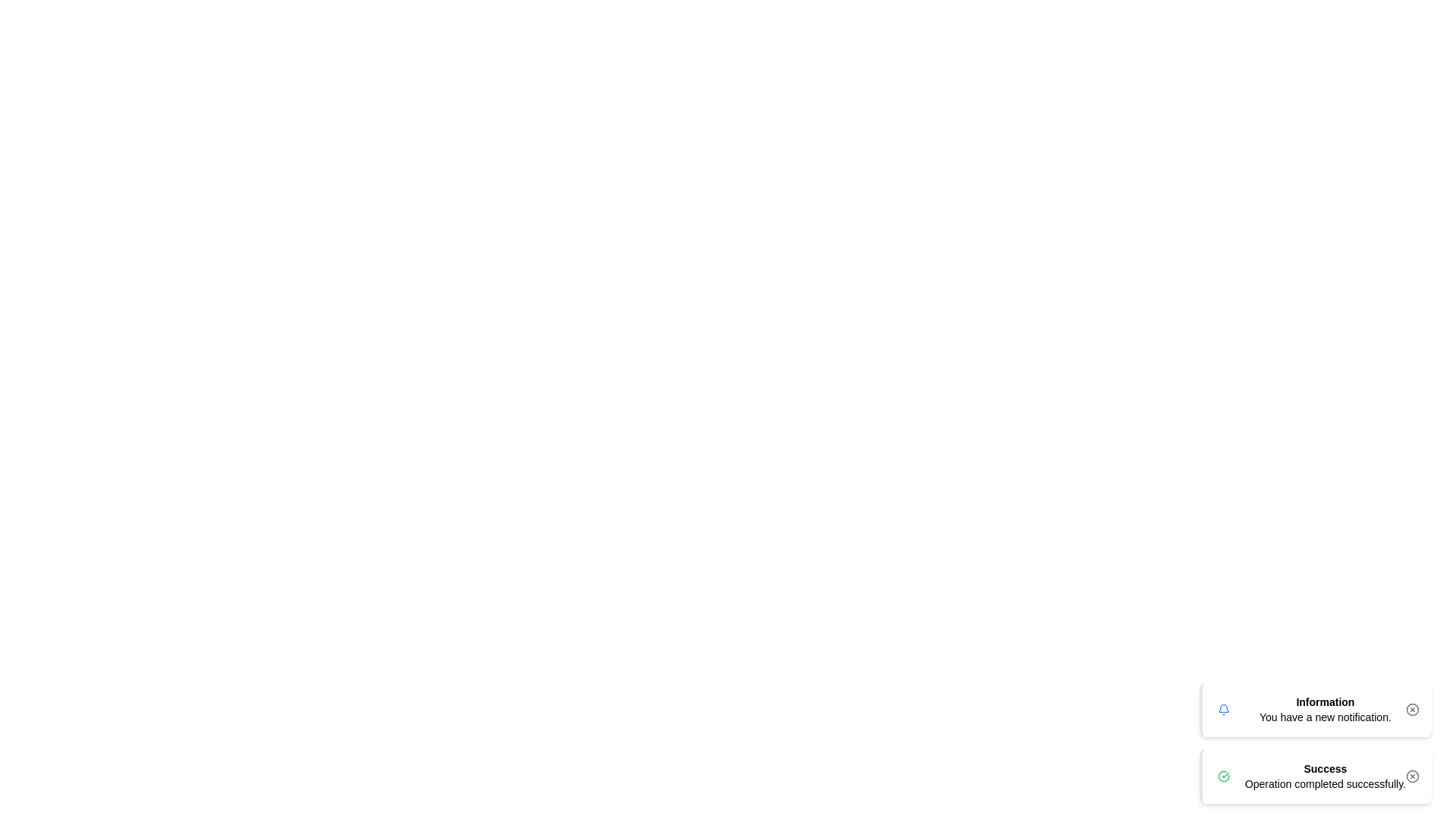  Describe the element at coordinates (1324, 776) in the screenshot. I see `the 'Success' notification TextBlock, which contains the message 'Operation completed successfully.' and is styled with a light green background` at that location.